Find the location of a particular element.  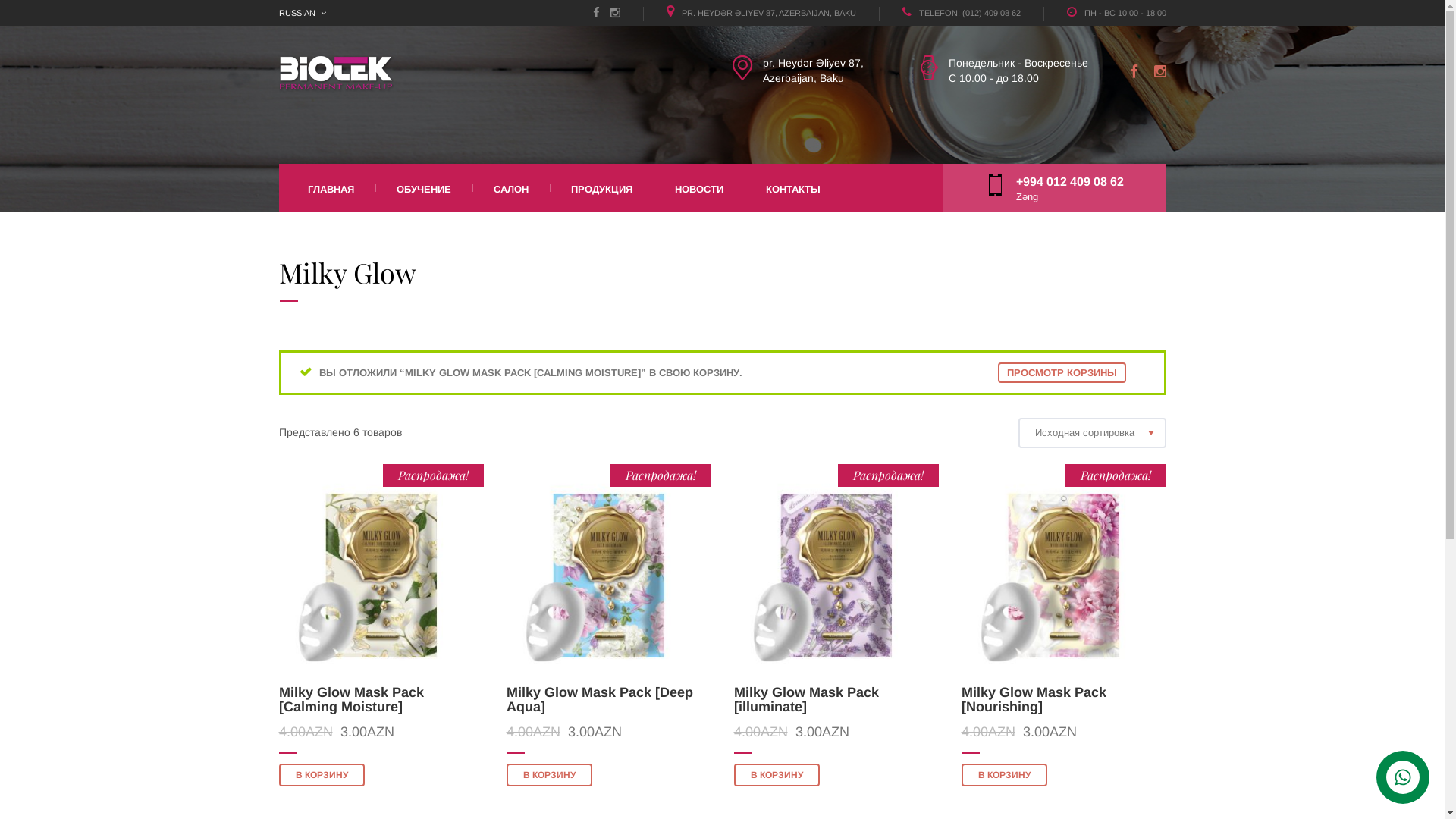

'Milky Glow Mask Pack [Deep Aqua]' is located at coordinates (599, 699).